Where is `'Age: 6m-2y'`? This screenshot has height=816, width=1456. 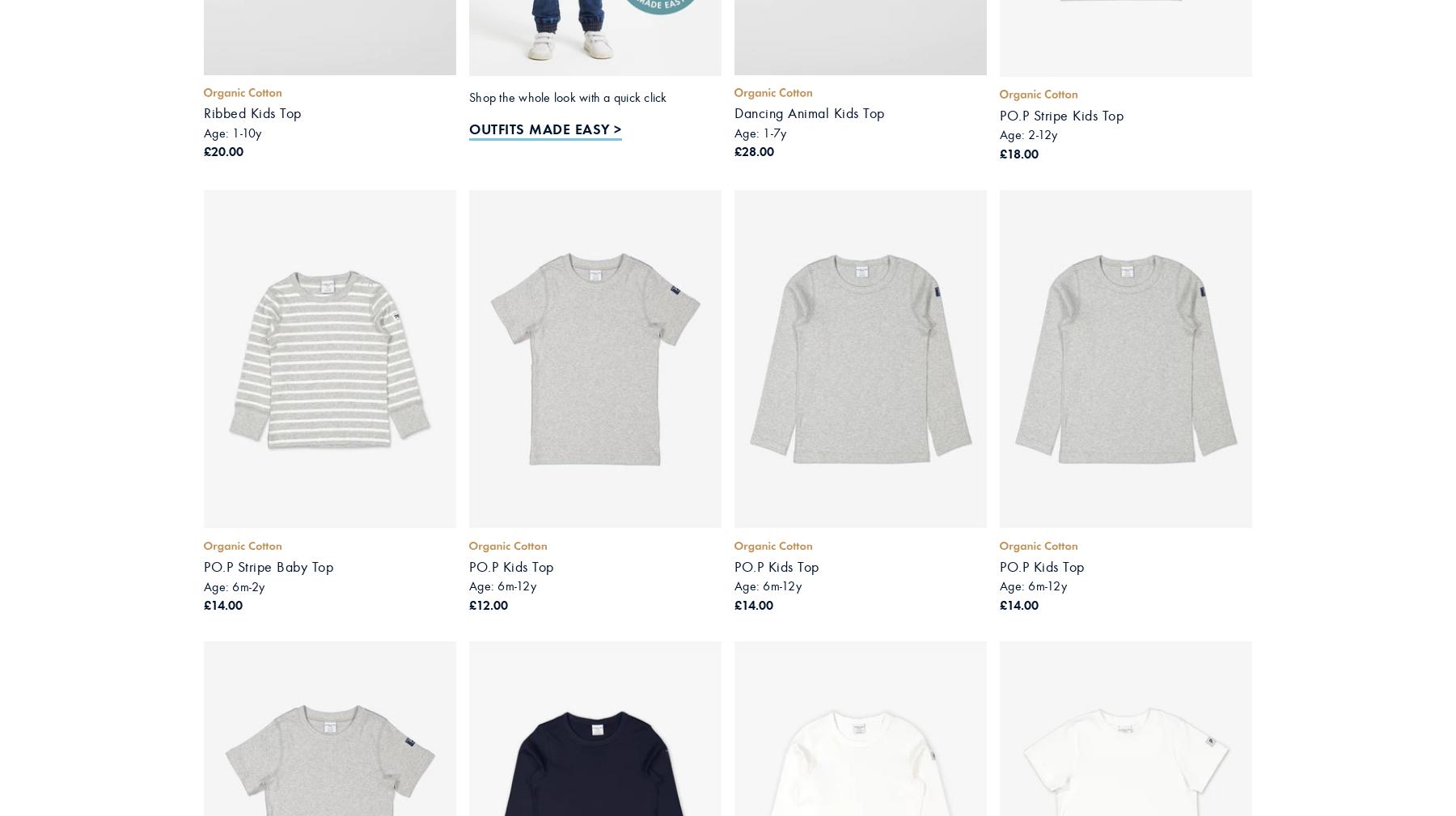 'Age: 6m-2y' is located at coordinates (233, 586).